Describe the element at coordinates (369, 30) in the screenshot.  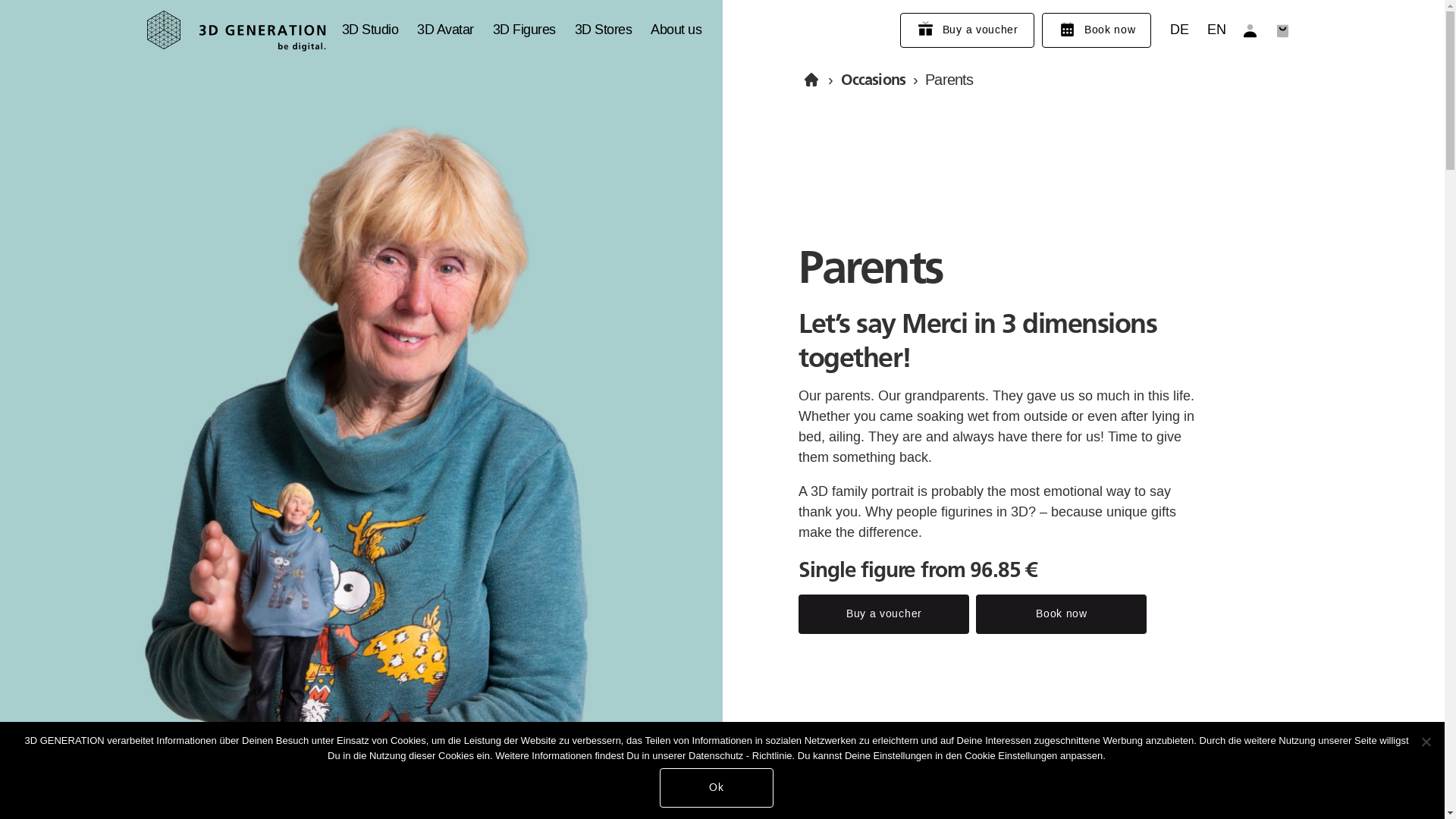
I see `'3D Studio'` at that location.